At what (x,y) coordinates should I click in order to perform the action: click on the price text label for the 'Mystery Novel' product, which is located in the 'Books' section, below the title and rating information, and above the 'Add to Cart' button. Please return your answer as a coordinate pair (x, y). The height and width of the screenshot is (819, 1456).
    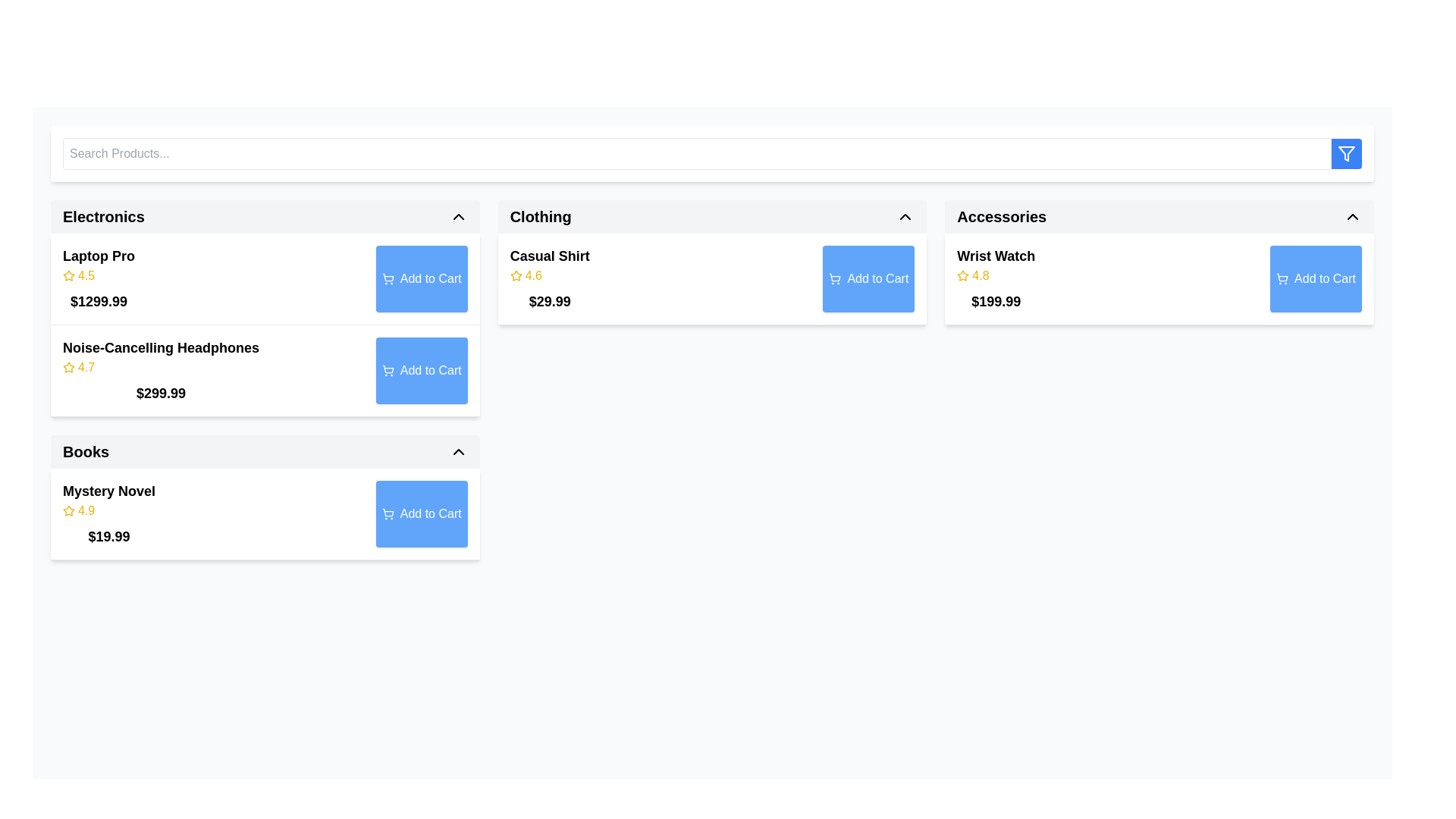
    Looking at the image, I should click on (108, 536).